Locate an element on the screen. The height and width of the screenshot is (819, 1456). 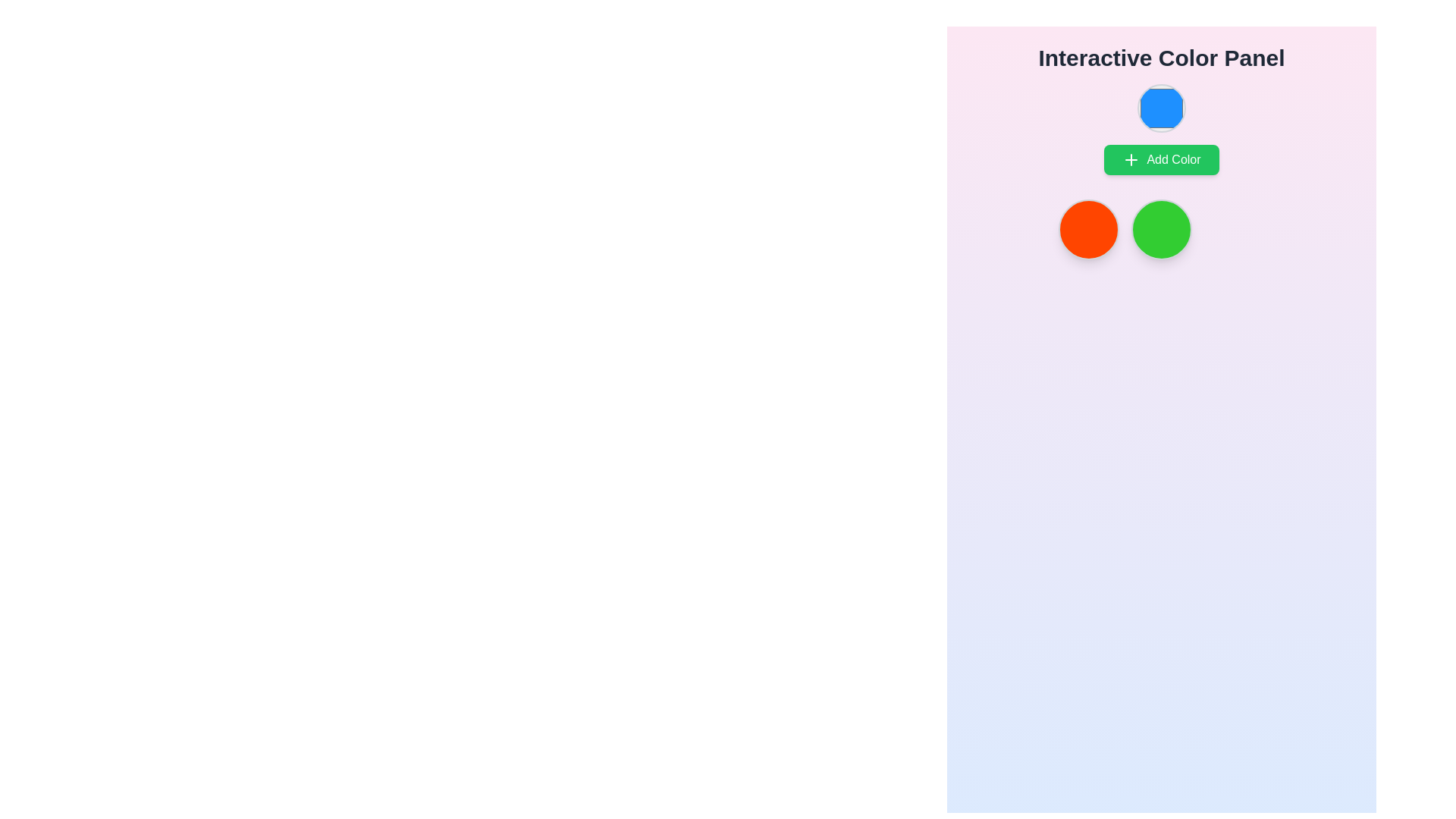
the 'Add Color' button with a green background and white text for keyboard accessibility is located at coordinates (1160, 160).